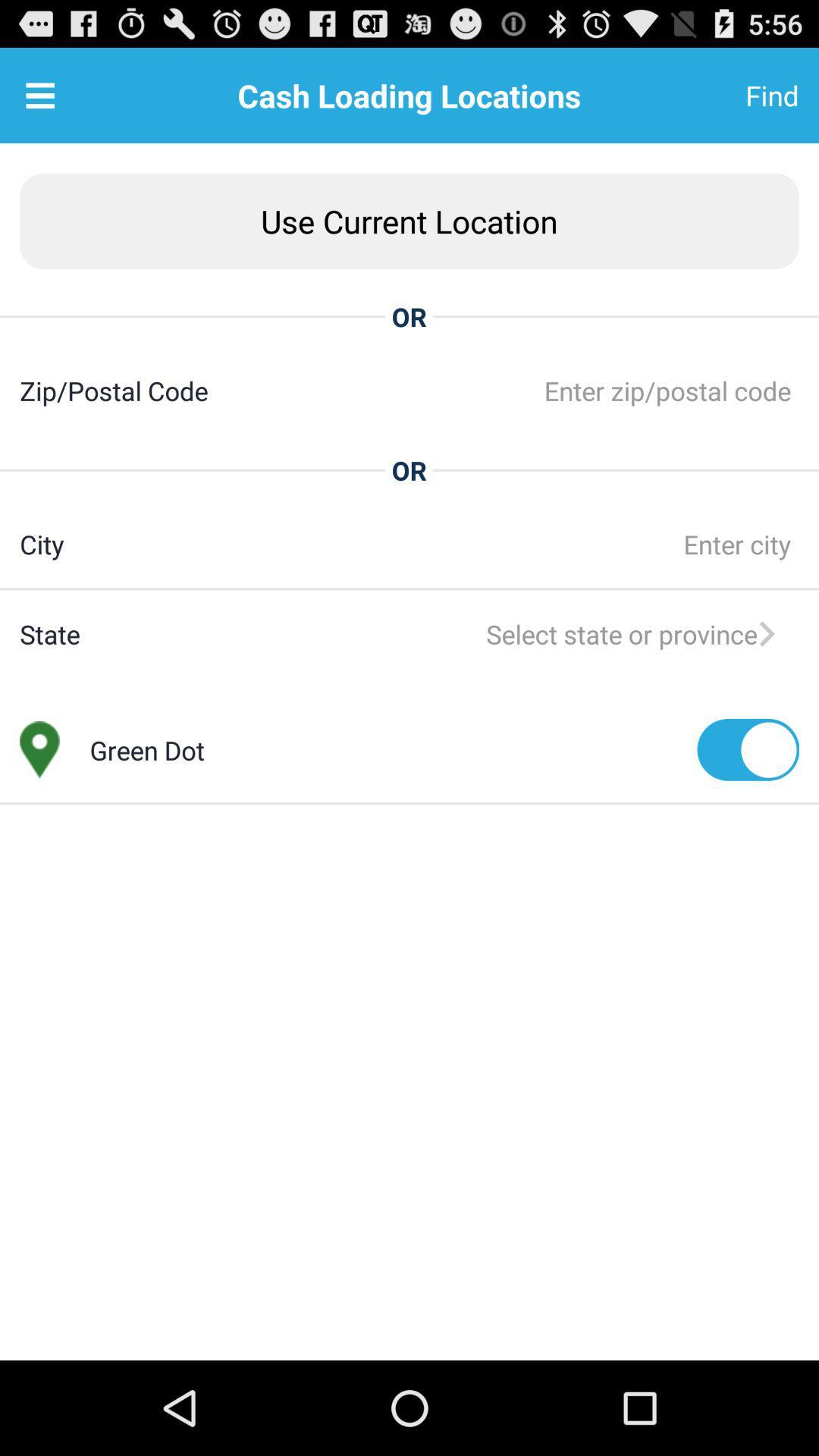  What do you see at coordinates (431, 544) in the screenshot?
I see `the icon next to city icon` at bounding box center [431, 544].